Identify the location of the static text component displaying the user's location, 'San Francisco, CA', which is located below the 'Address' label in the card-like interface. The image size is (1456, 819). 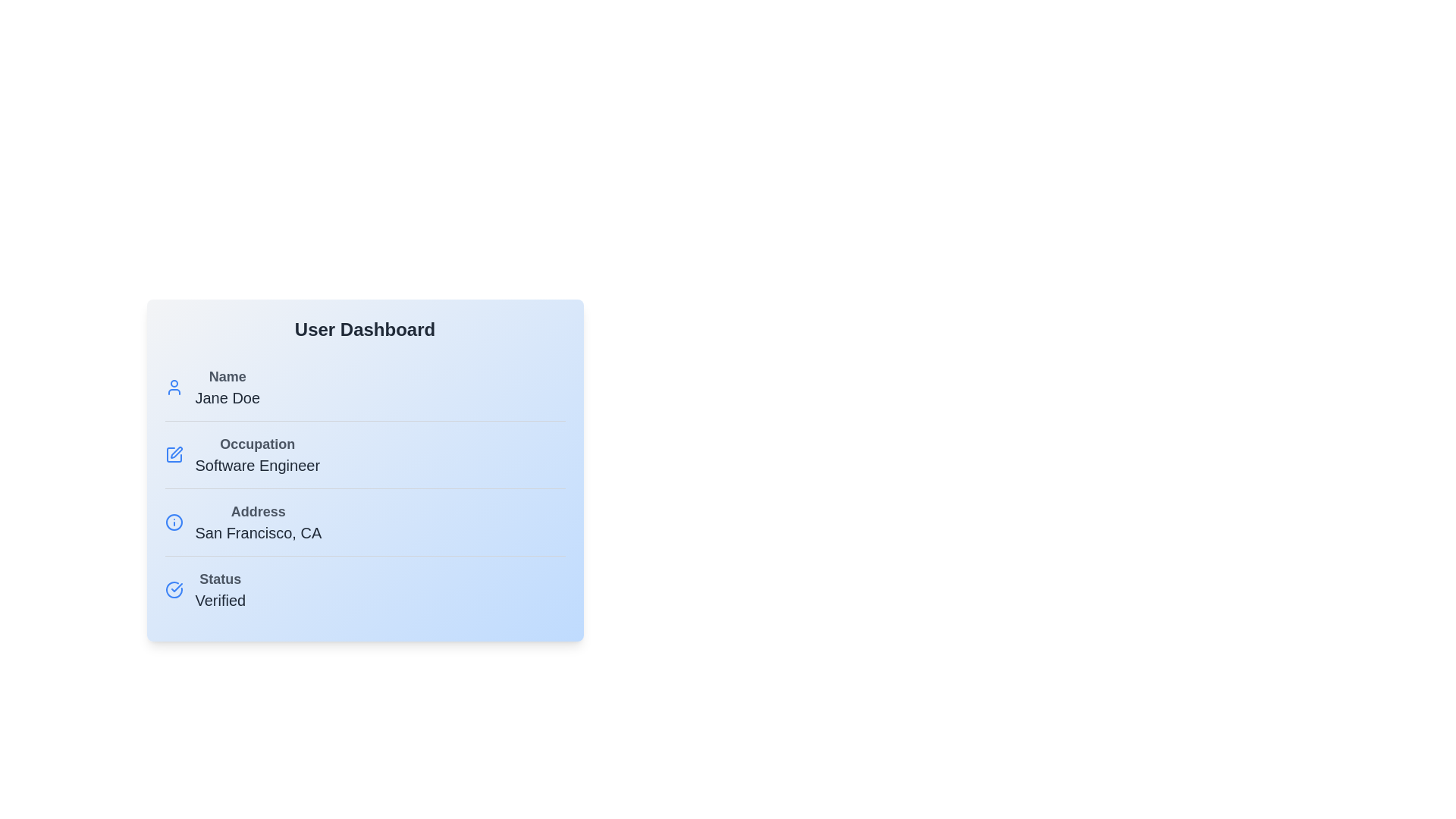
(258, 532).